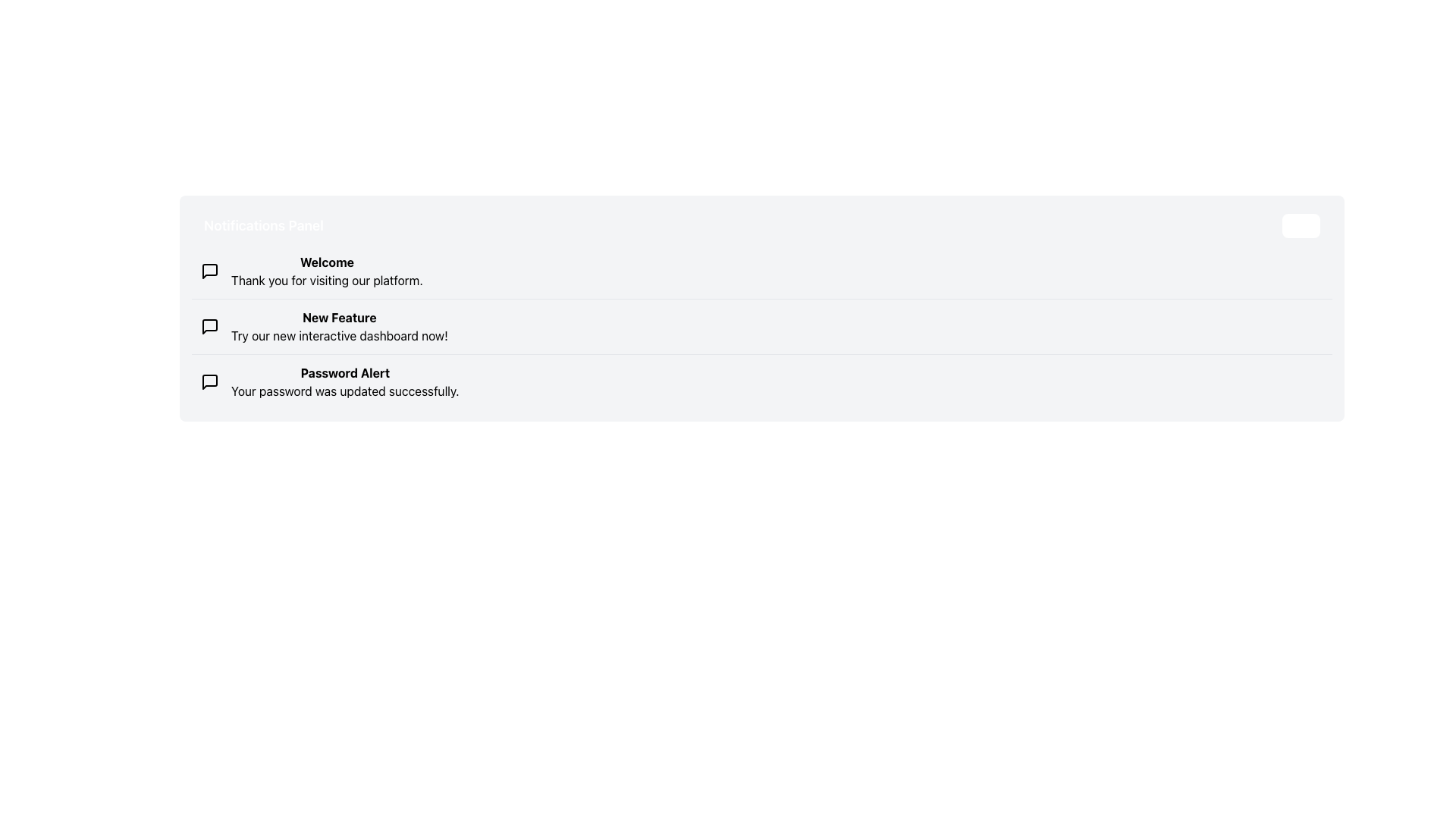  What do you see at coordinates (209, 271) in the screenshot?
I see `the notification SVG icon located to the left of the 'Welcome' text in the notification panel` at bounding box center [209, 271].